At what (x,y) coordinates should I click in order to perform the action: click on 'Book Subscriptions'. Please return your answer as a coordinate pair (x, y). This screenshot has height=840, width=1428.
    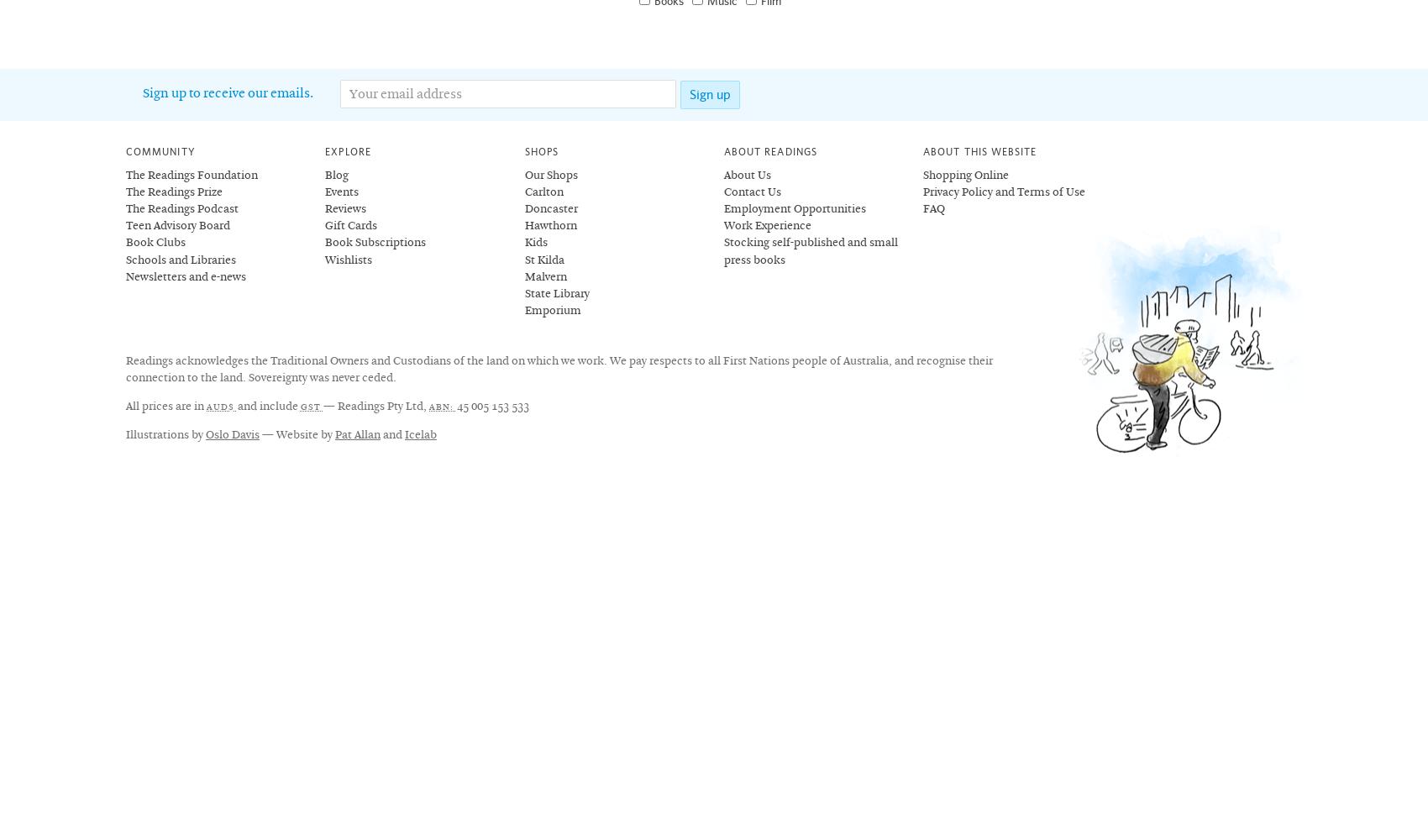
    Looking at the image, I should click on (375, 243).